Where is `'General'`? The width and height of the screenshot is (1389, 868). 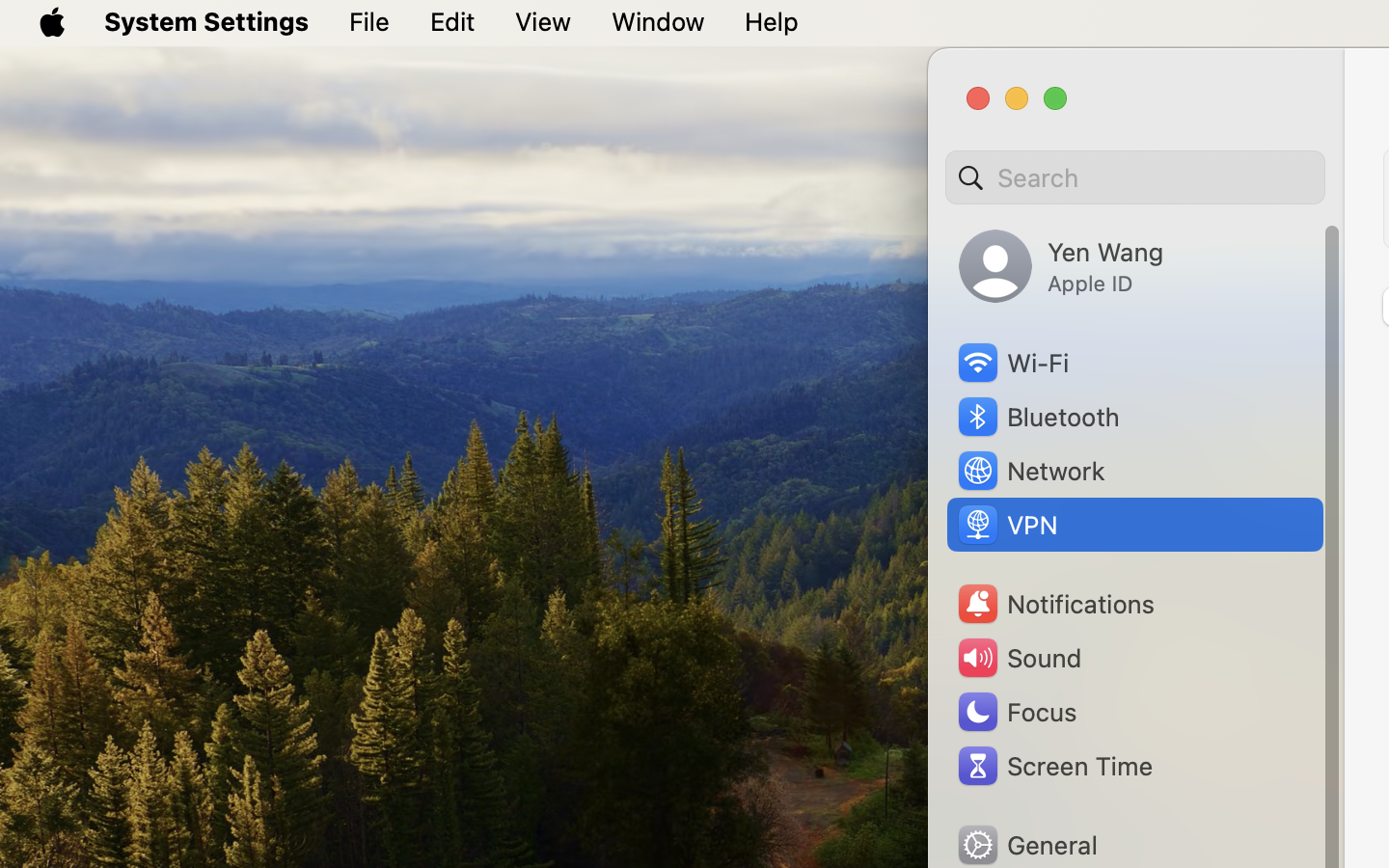 'General' is located at coordinates (1026, 844).